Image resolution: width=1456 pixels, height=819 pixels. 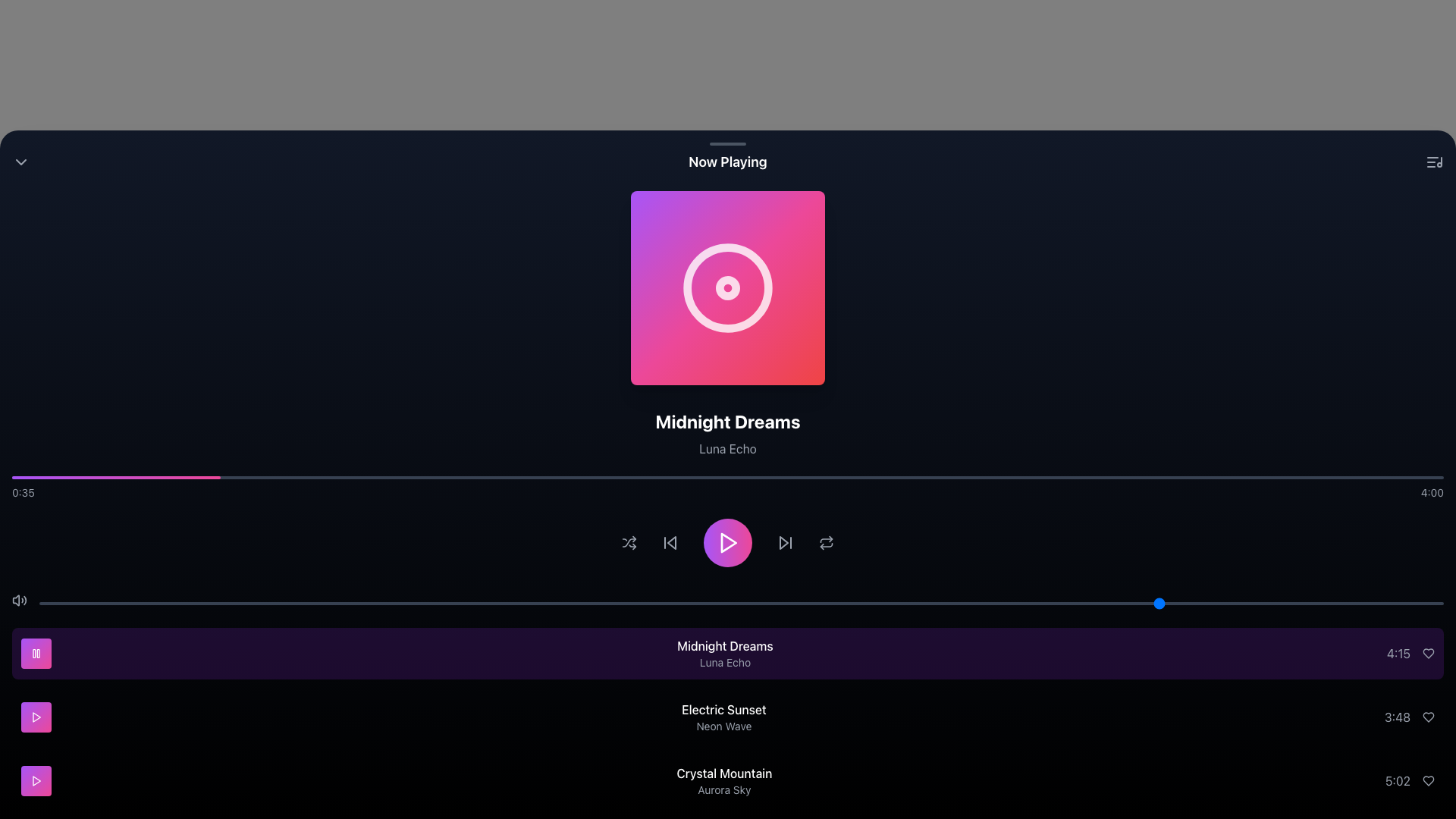 What do you see at coordinates (1427, 652) in the screenshot?
I see `the heart icon that serves as a favorite or like button for the associated song, located on the right side of the interface near the duration indicator of a song` at bounding box center [1427, 652].